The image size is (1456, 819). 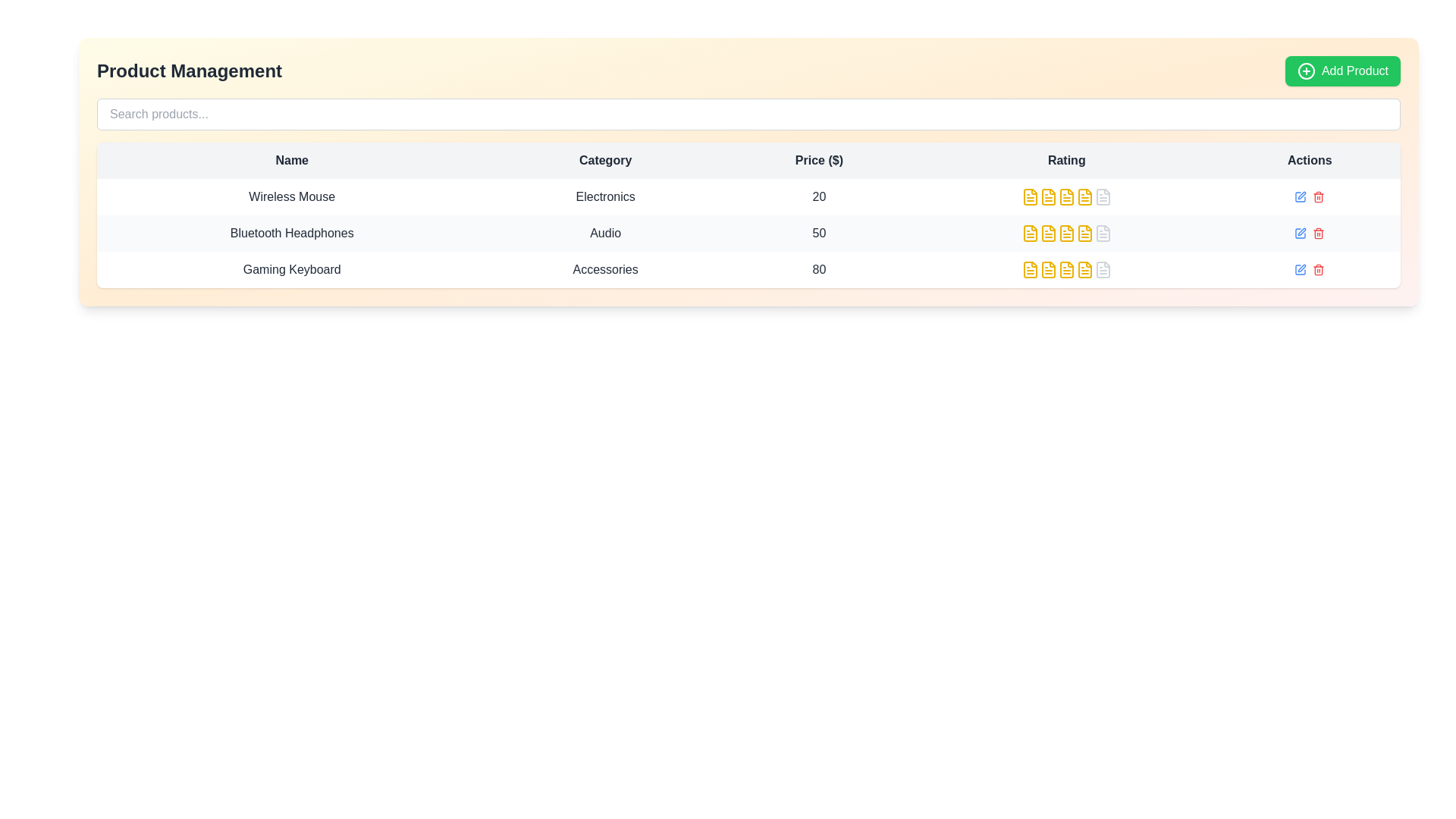 What do you see at coordinates (1047, 234) in the screenshot?
I see `the yellow document icon representing textual content, located in the second row of the 'Rating' column as the third icon` at bounding box center [1047, 234].